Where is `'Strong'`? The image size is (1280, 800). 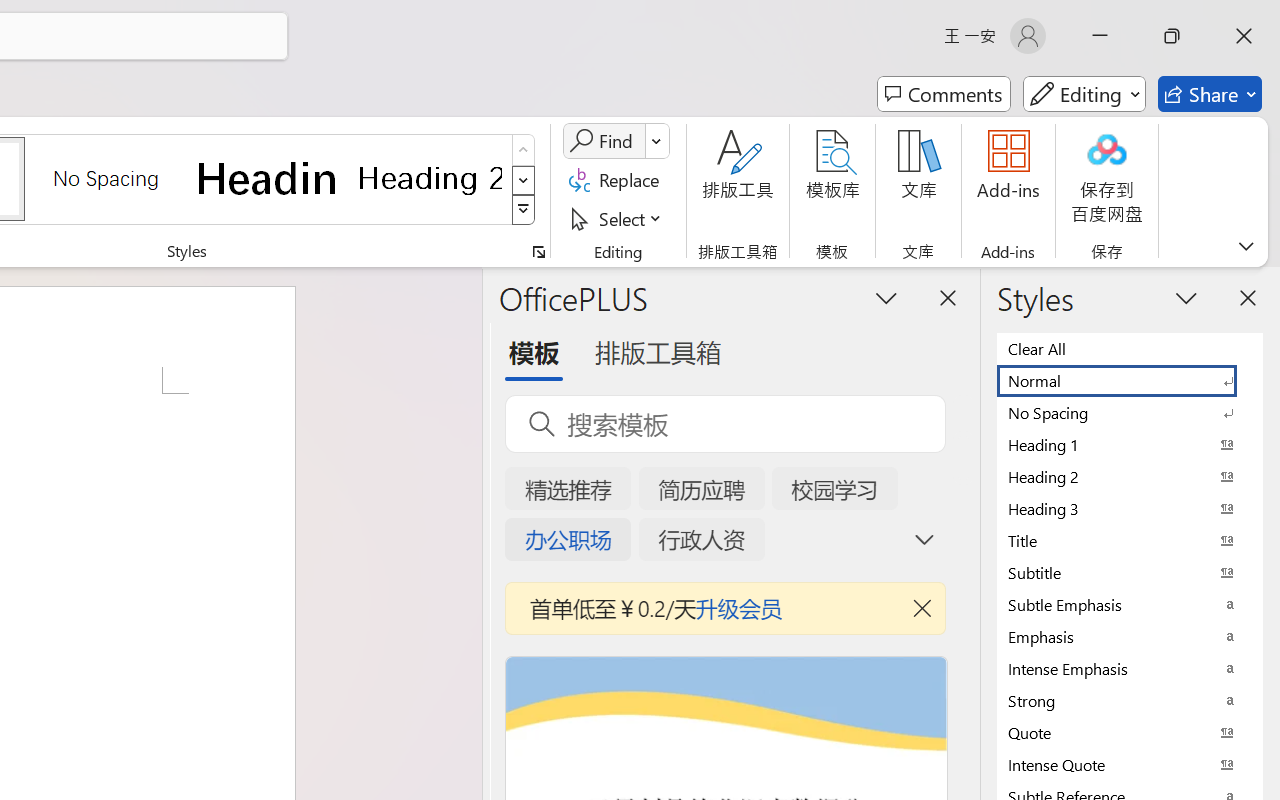
'Strong' is located at coordinates (1130, 700).